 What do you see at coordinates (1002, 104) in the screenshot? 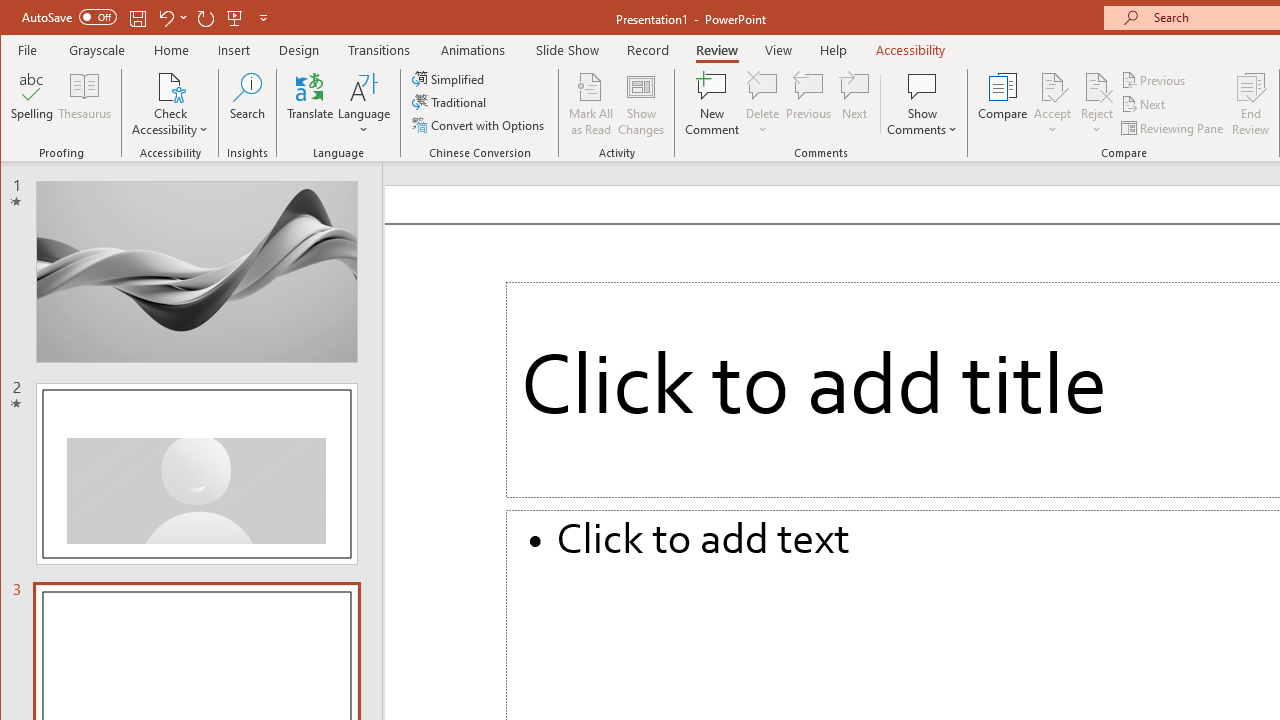
I see `'Compare'` at bounding box center [1002, 104].